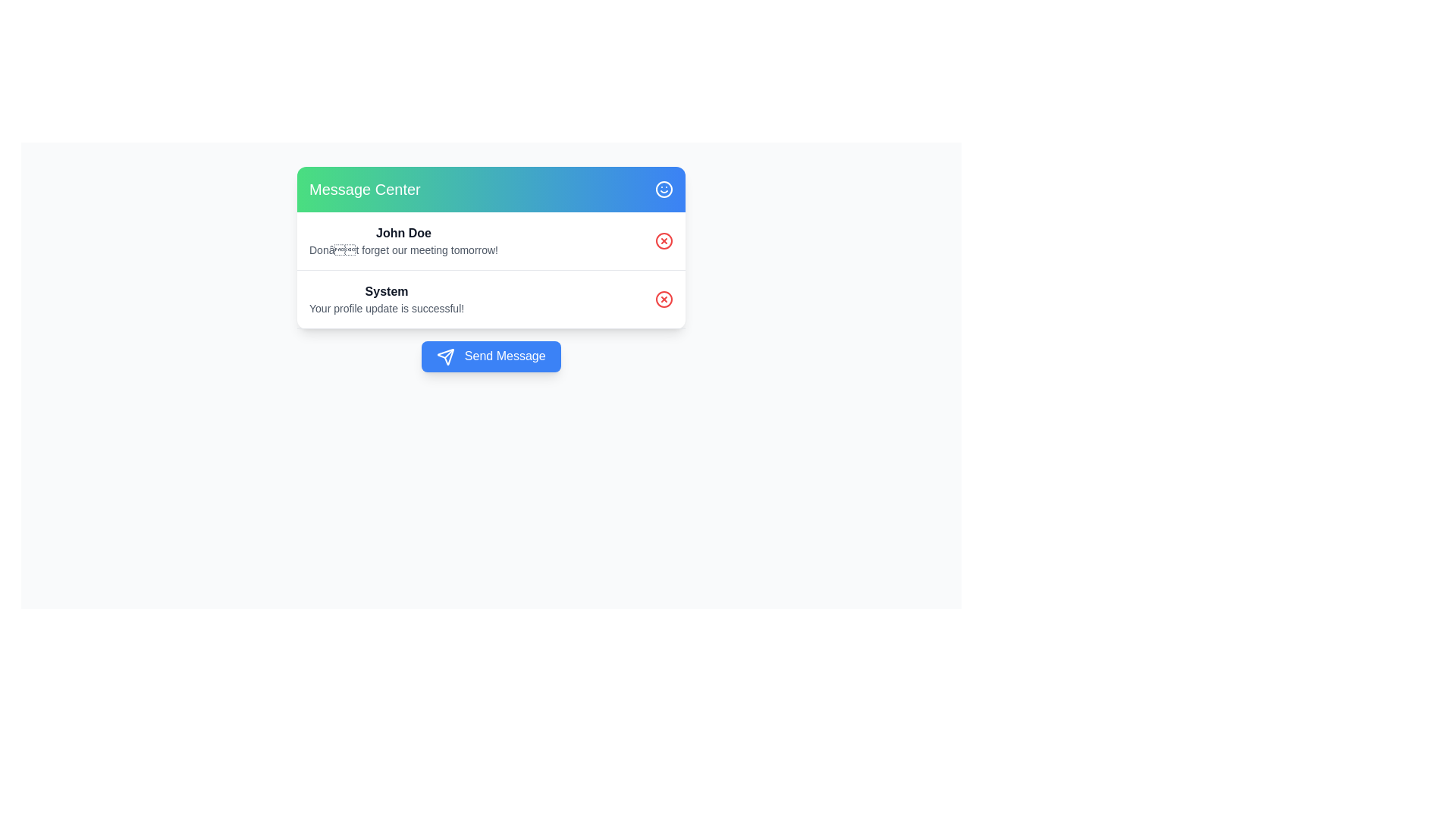  Describe the element at coordinates (664, 299) in the screenshot. I see `the dismiss icon (SVG) located at the bottom-right portion of the interface` at that location.